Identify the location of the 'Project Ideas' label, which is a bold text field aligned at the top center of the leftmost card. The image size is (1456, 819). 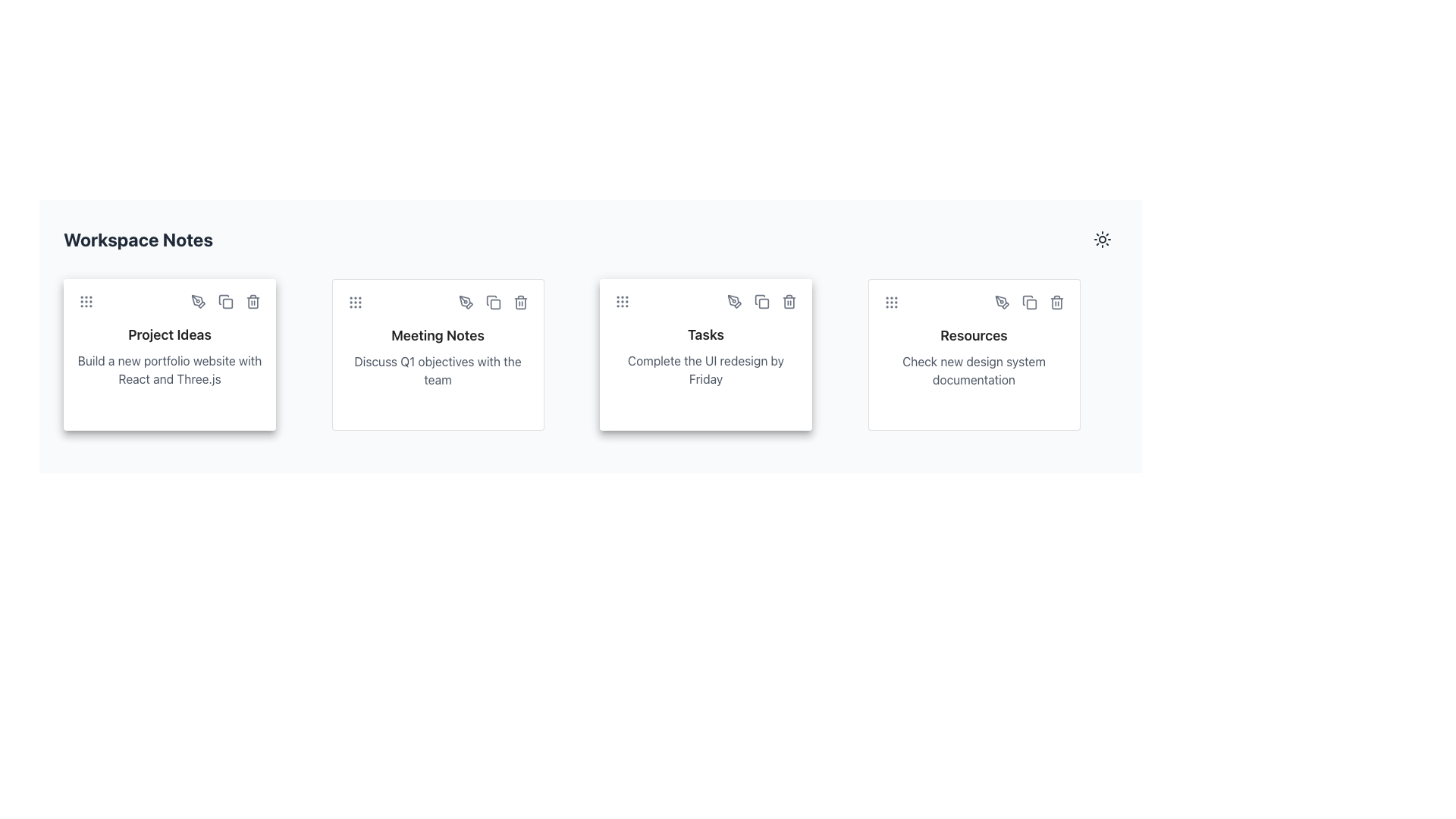
(170, 334).